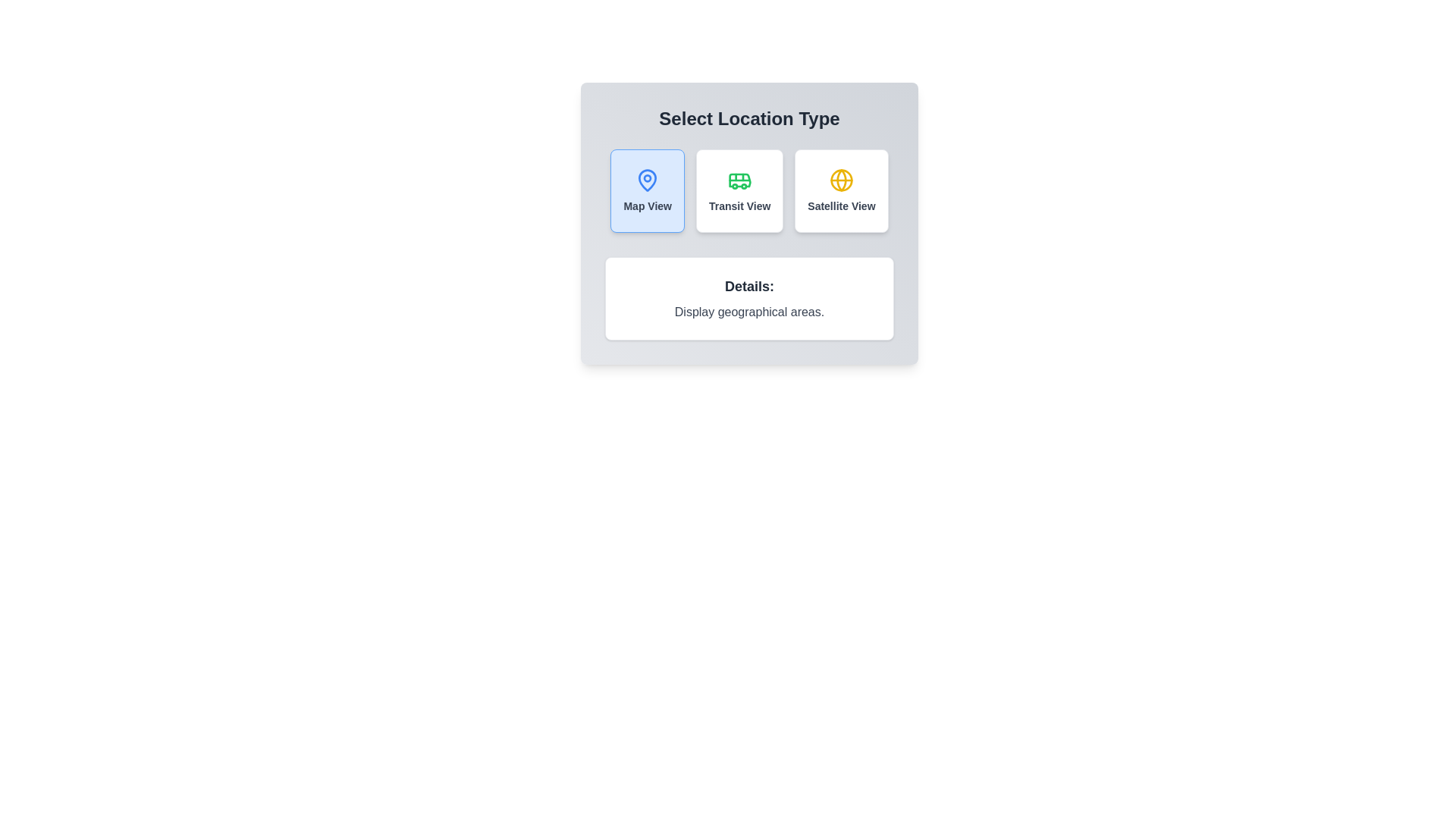  What do you see at coordinates (749, 118) in the screenshot?
I see `the text header 'Select Location Type' for visual scanning by moving the cursor to its center point` at bounding box center [749, 118].